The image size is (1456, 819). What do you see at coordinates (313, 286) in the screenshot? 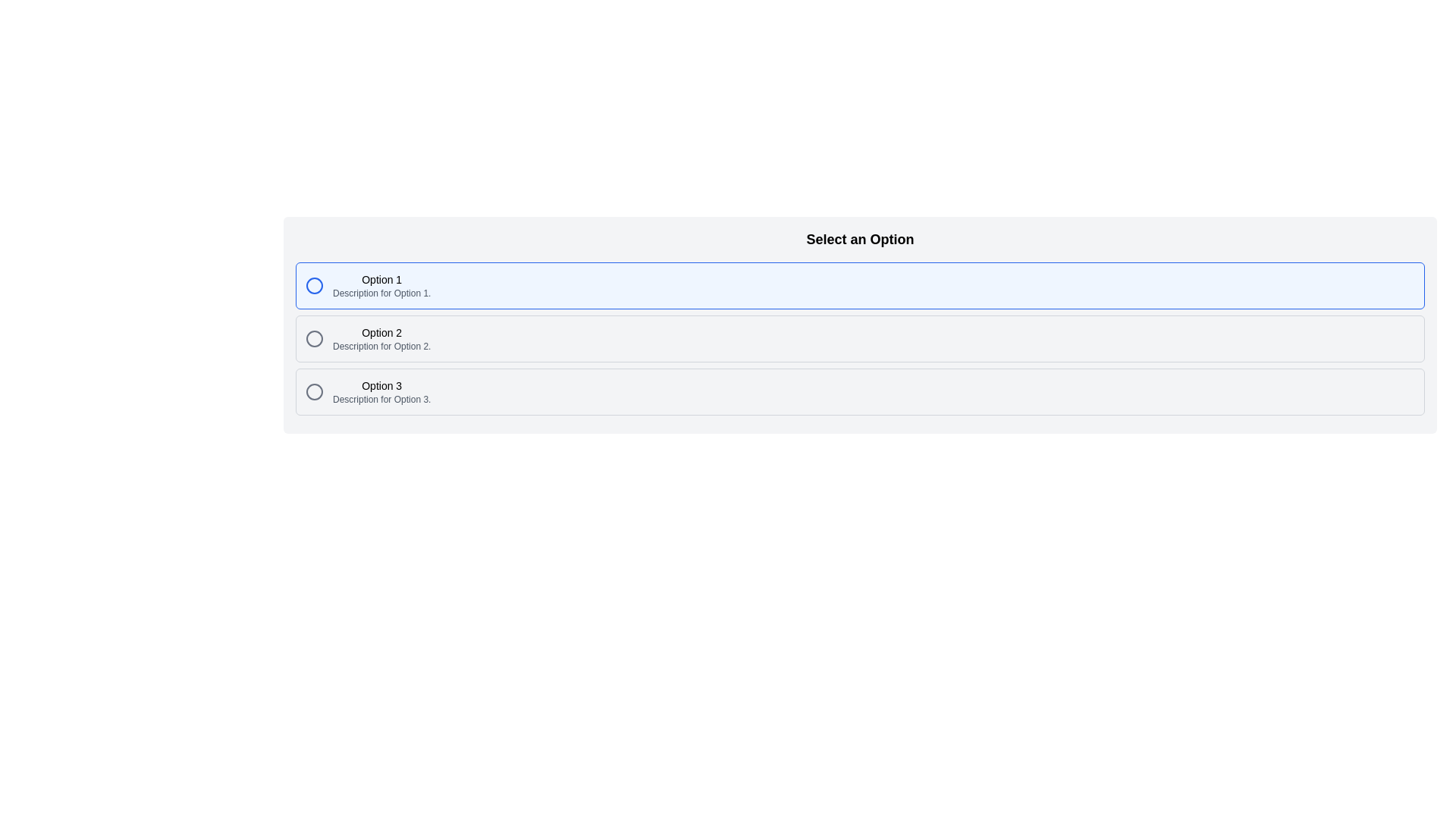
I see `the radio button with a blue border and hollow center located on the left side of 'Option 1' in a vertical list` at bounding box center [313, 286].